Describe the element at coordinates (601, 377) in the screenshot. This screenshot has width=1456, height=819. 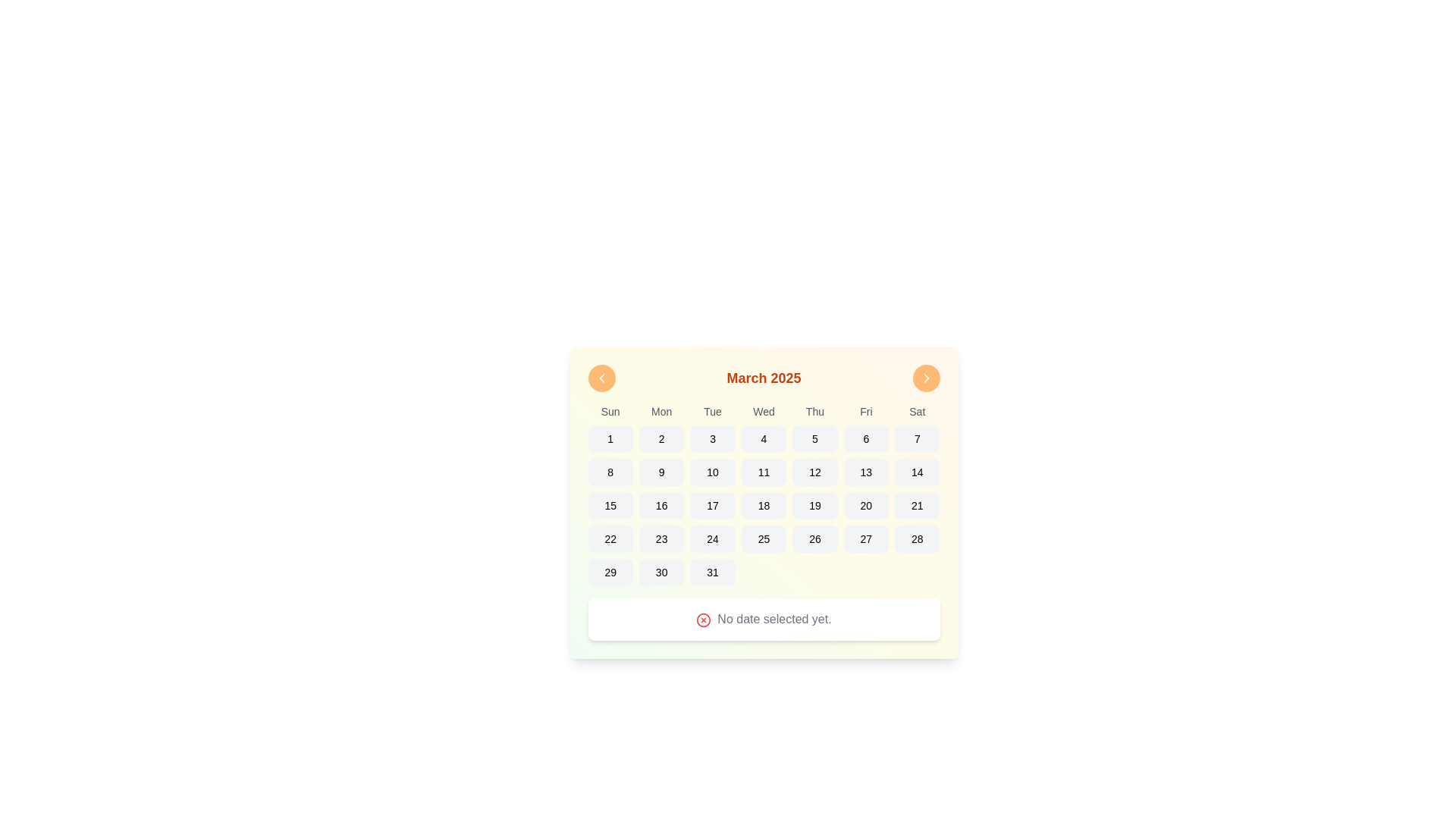
I see `the left-pointing chevron icon located in the top left corner of the calendar interface` at that location.